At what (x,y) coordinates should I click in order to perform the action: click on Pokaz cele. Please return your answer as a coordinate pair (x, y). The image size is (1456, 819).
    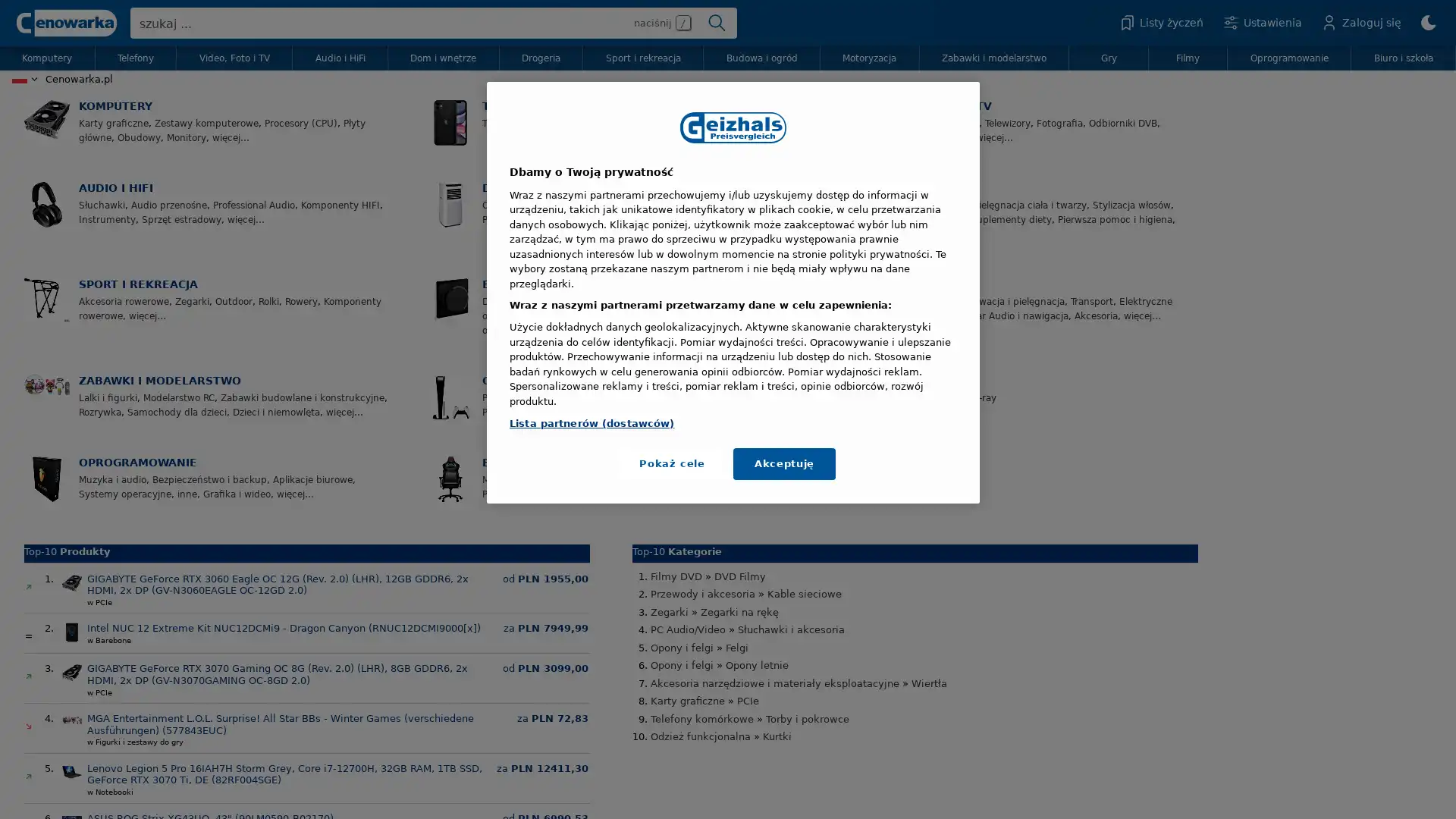
    Looking at the image, I should click on (671, 463).